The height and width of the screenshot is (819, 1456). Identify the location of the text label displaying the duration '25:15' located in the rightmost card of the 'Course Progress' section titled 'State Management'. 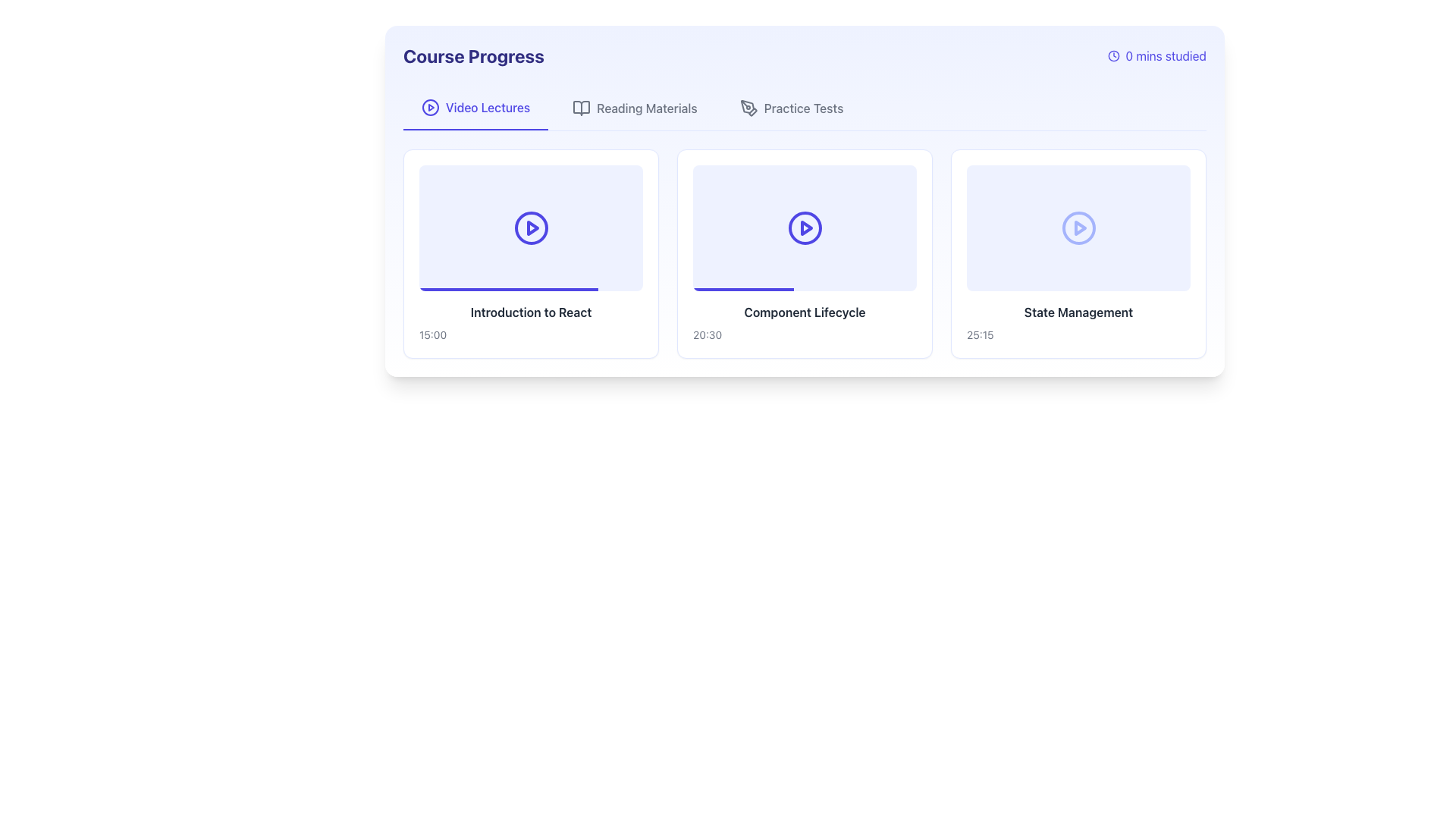
(980, 334).